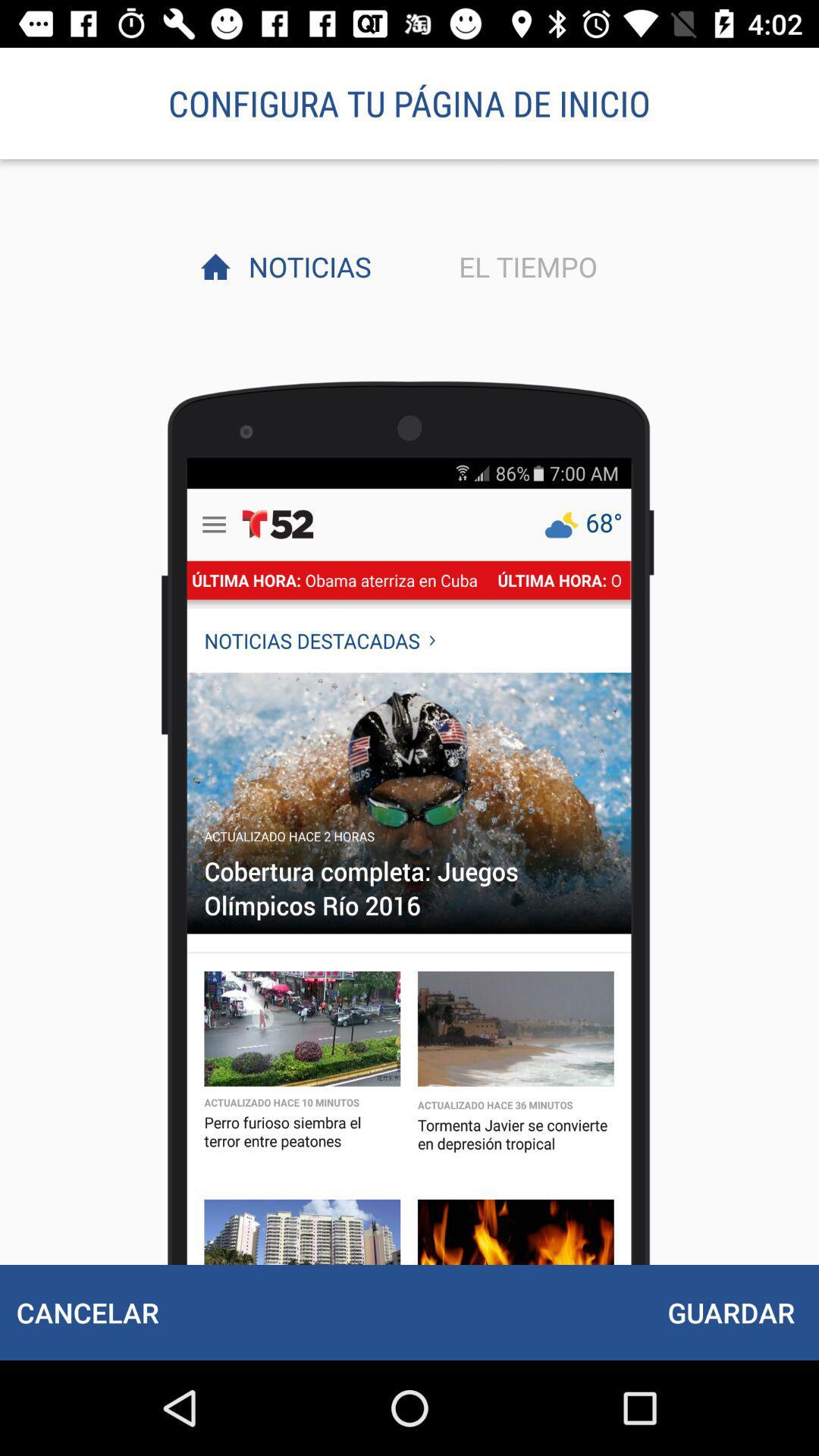 This screenshot has height=1456, width=819. What do you see at coordinates (87, 1312) in the screenshot?
I see `the cancelar` at bounding box center [87, 1312].